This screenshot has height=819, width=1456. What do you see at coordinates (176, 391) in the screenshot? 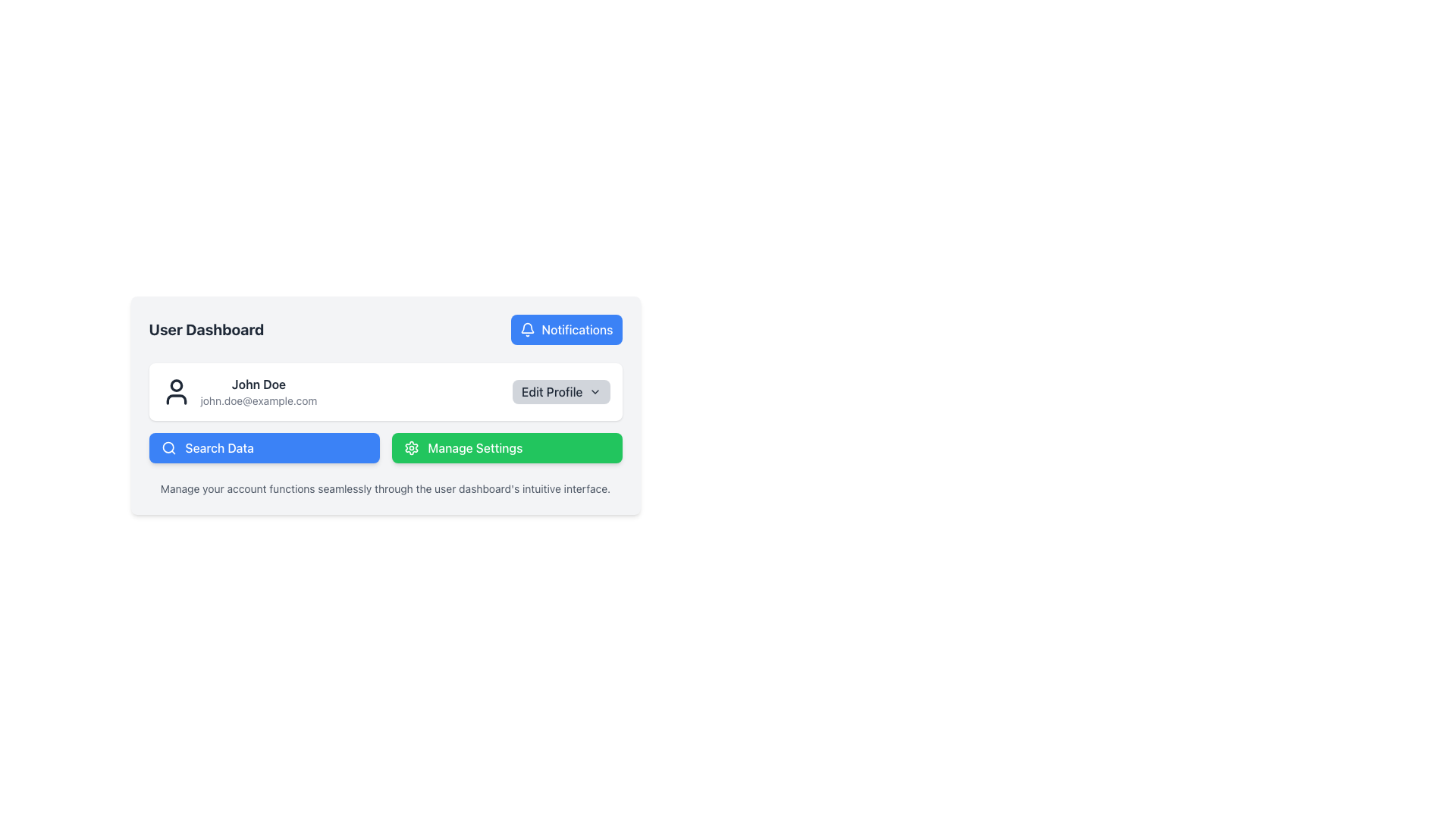
I see `the user profile icon located on the left-hand side of the user profile section, which is next to the text 'John Doe' and 'john.doe@example.com'` at bounding box center [176, 391].